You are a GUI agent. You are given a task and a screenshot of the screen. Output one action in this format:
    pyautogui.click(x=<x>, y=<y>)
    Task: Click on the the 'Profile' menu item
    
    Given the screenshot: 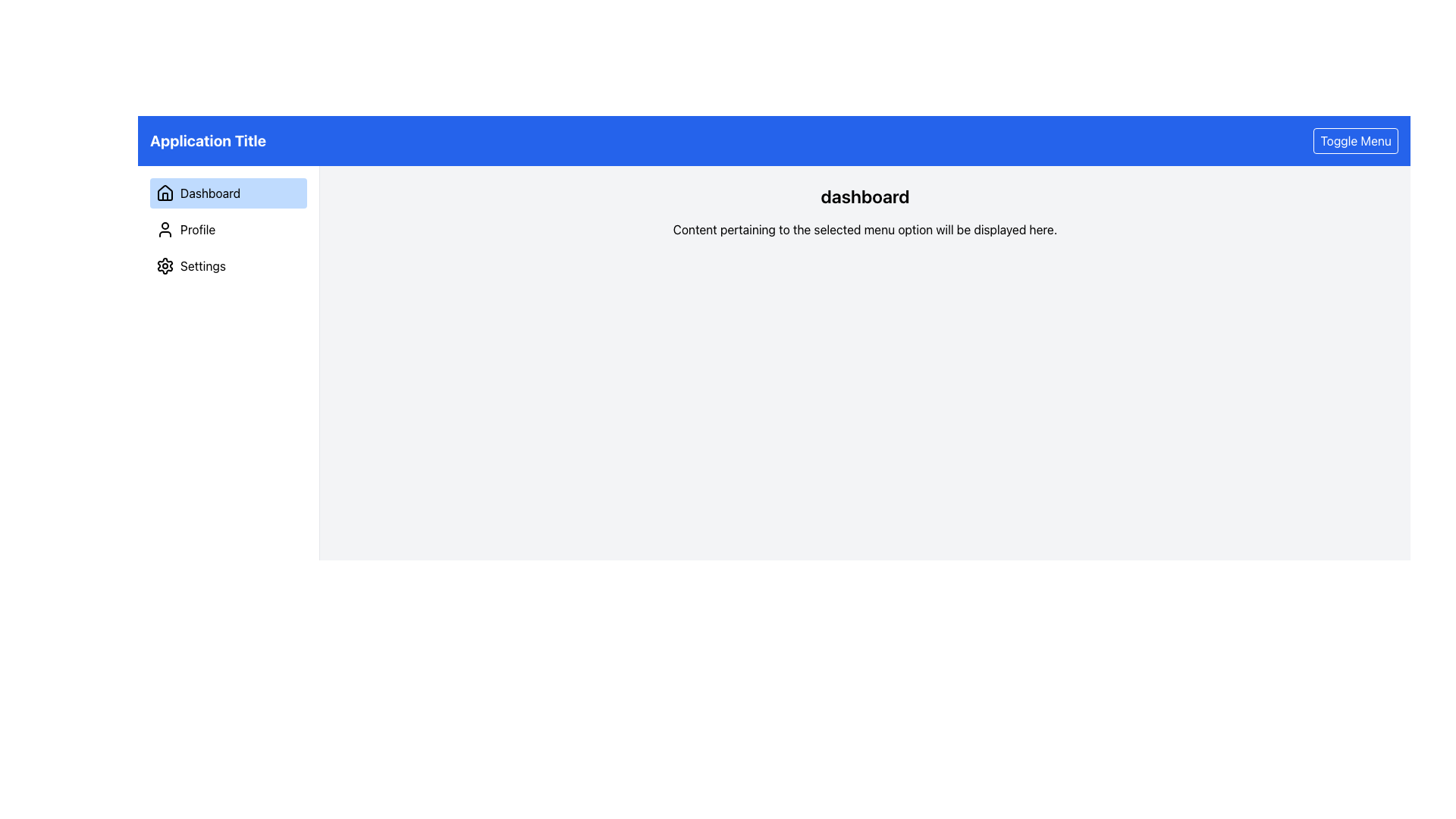 What is the action you would take?
    pyautogui.click(x=227, y=230)
    